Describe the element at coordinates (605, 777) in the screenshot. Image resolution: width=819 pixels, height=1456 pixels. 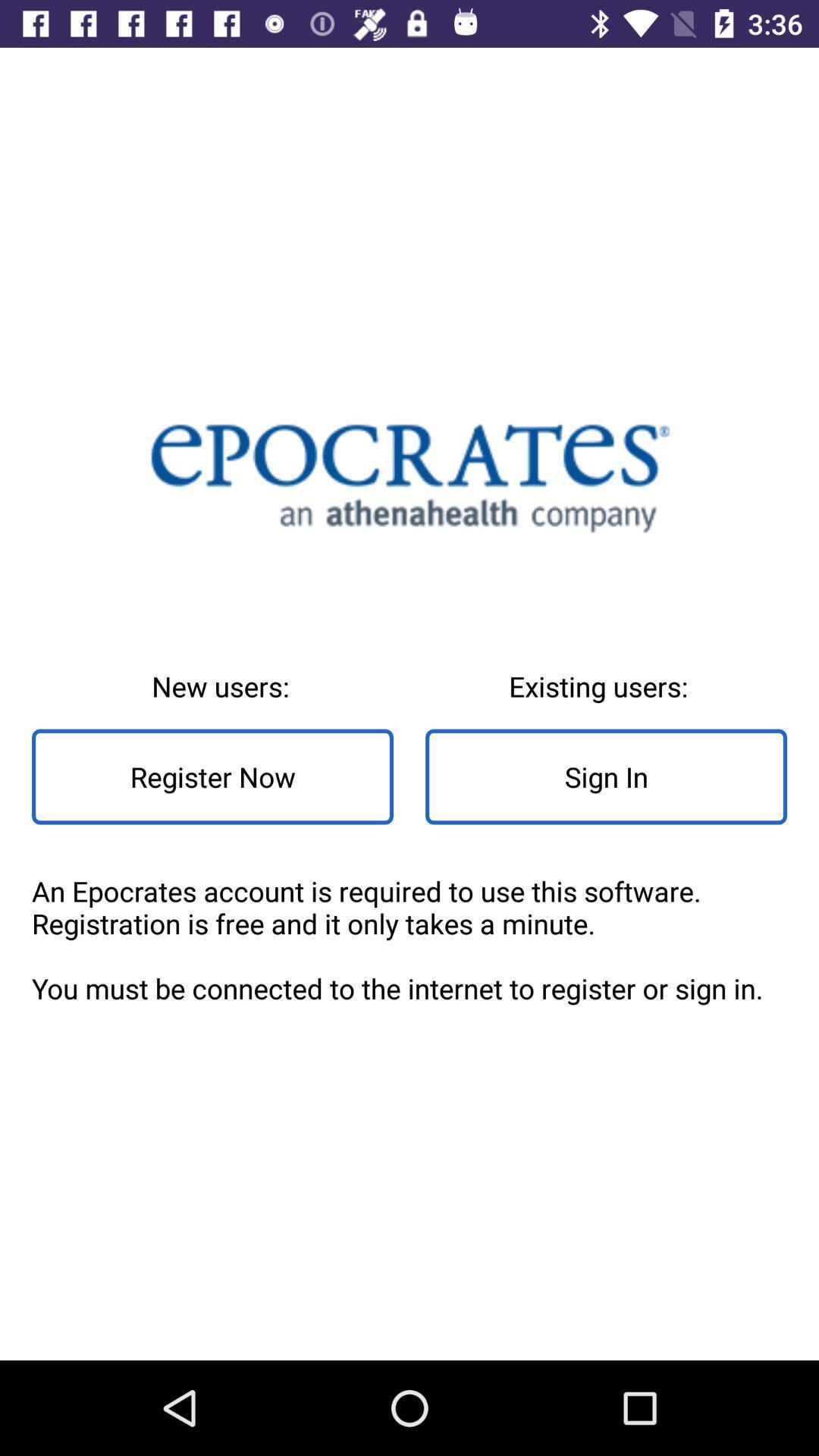
I see `sign in item` at that location.